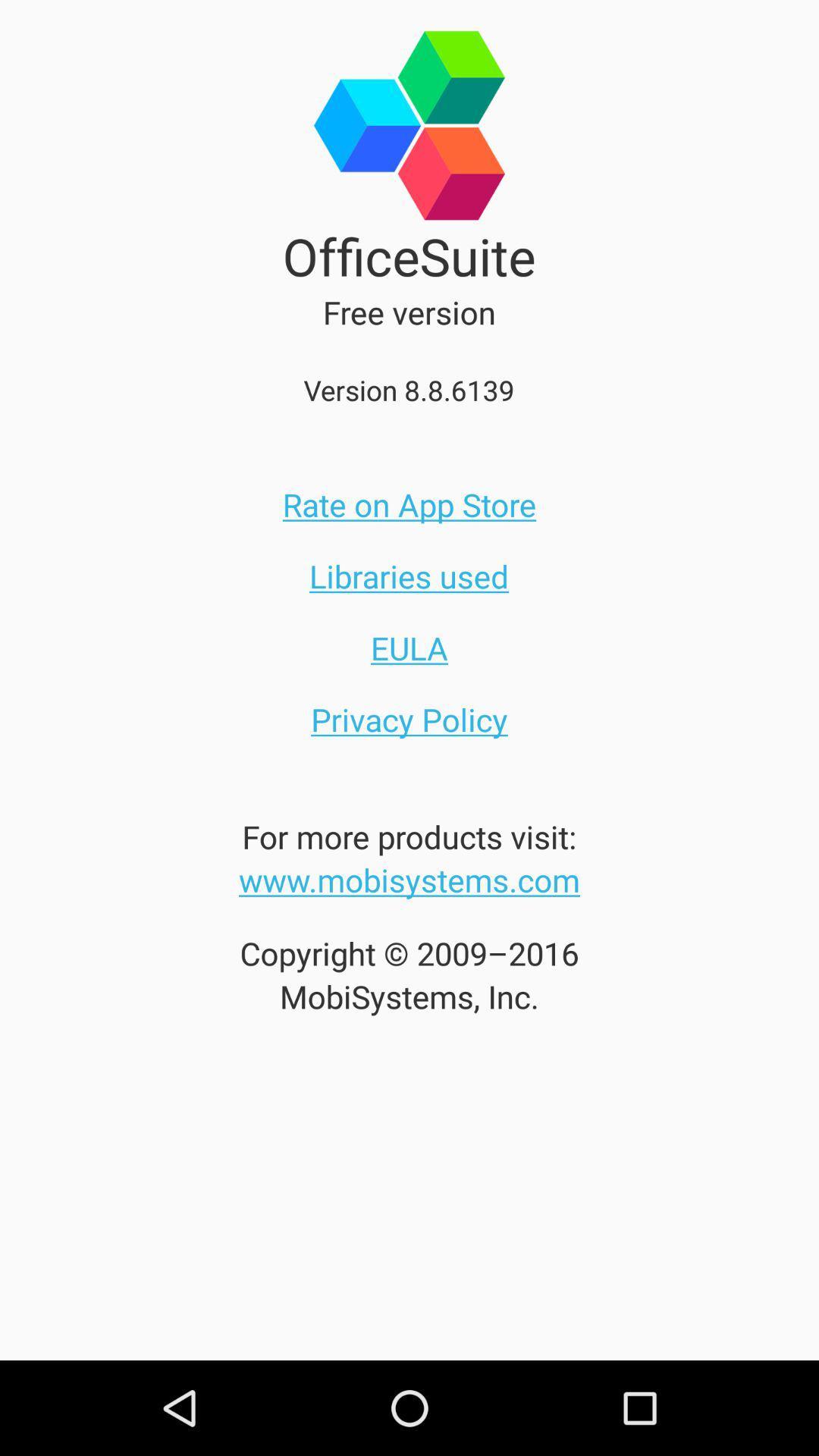 Image resolution: width=819 pixels, height=1456 pixels. What do you see at coordinates (409, 504) in the screenshot?
I see `rate on app store` at bounding box center [409, 504].